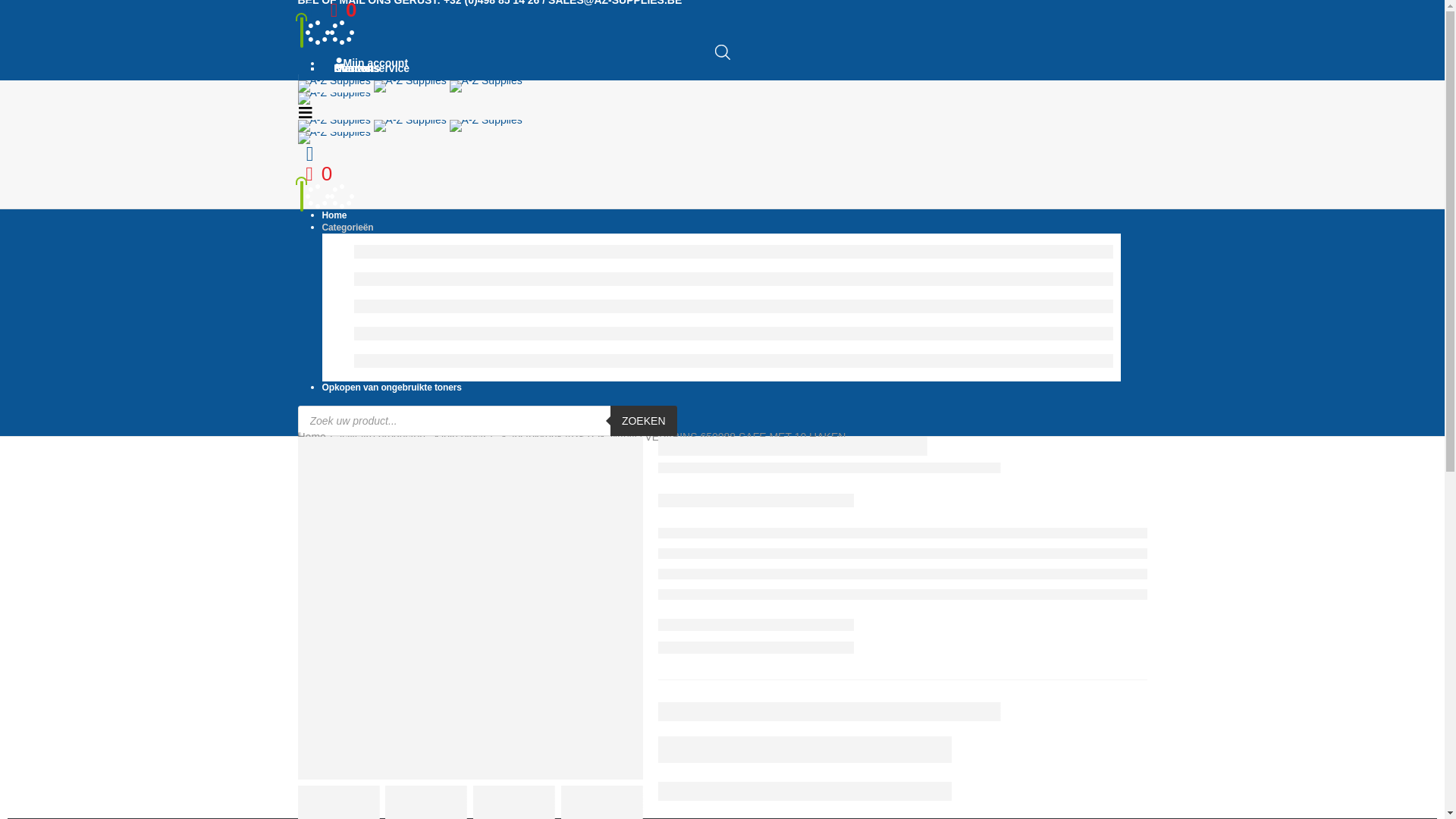 The width and height of the screenshot is (1456, 819). I want to click on 'A-Z Supplies - ', so click(409, 91).